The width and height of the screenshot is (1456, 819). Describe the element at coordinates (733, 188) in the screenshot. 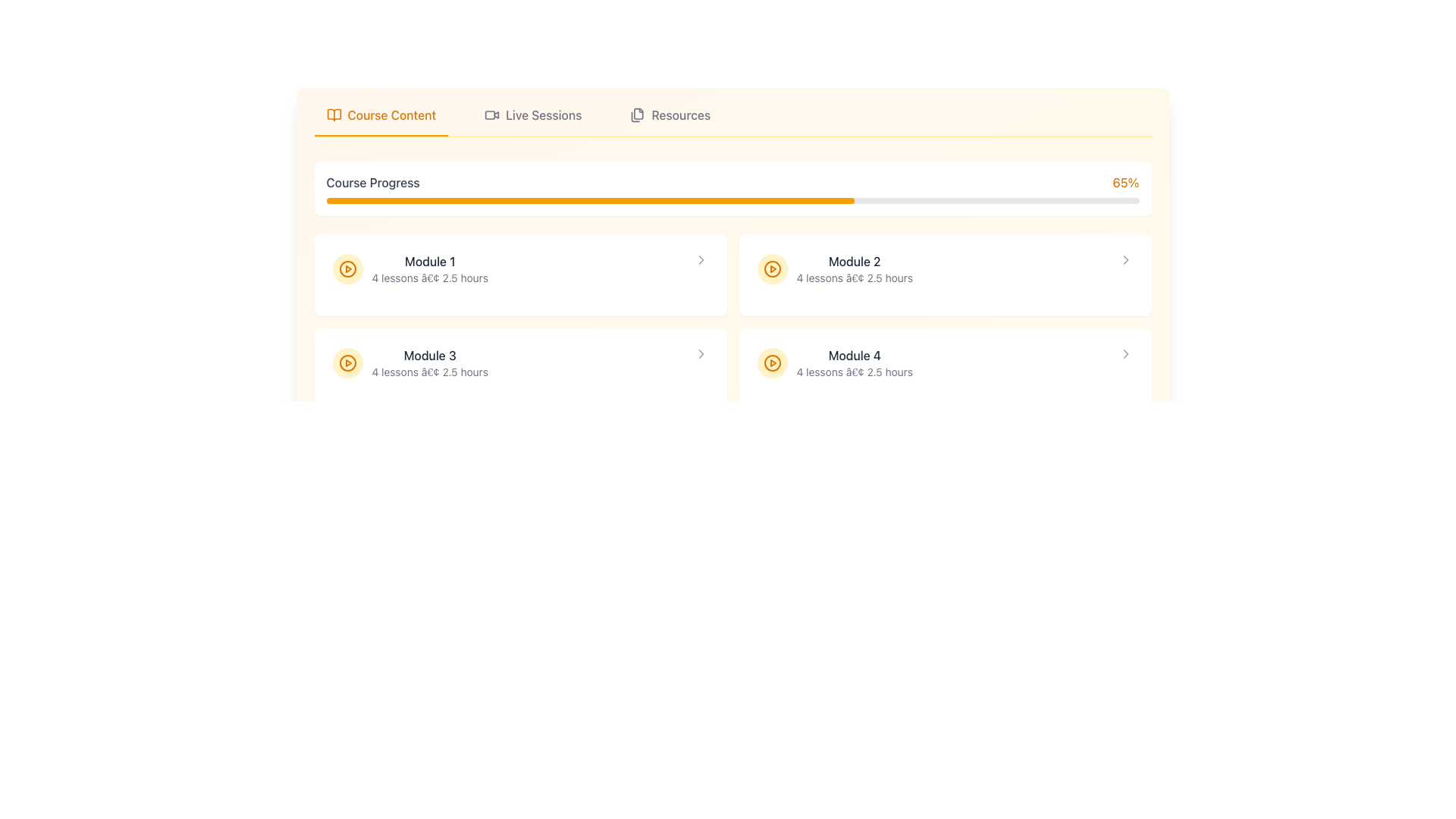

I see `the progress value displayed on the progress bar located at the top of the content section, directly beneath the main navigation tabs` at that location.